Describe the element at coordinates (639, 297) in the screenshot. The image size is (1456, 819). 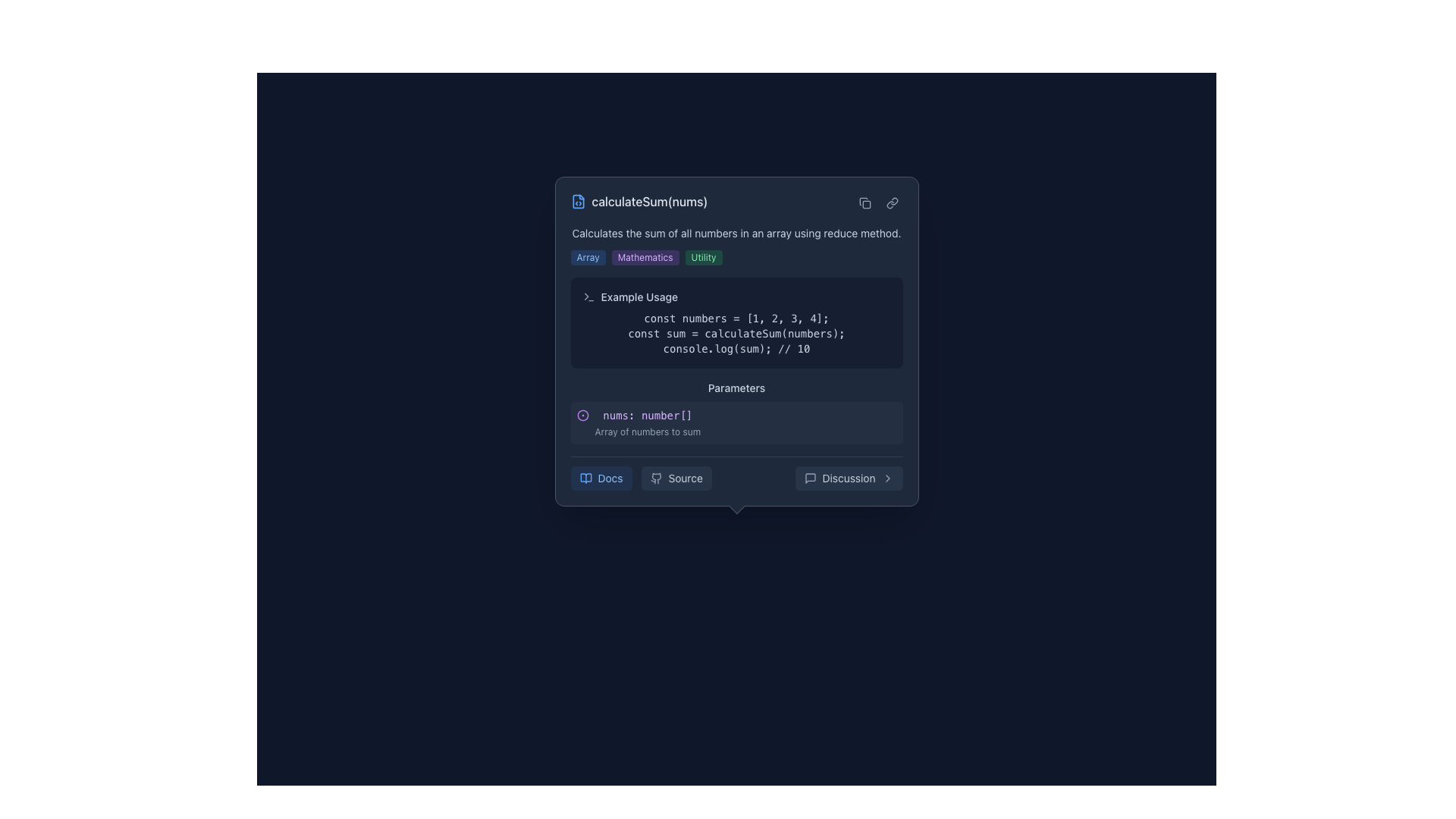
I see `the Text label that provides context to a code snippet, which is centrally positioned in the upper section of a pop-up interface` at that location.